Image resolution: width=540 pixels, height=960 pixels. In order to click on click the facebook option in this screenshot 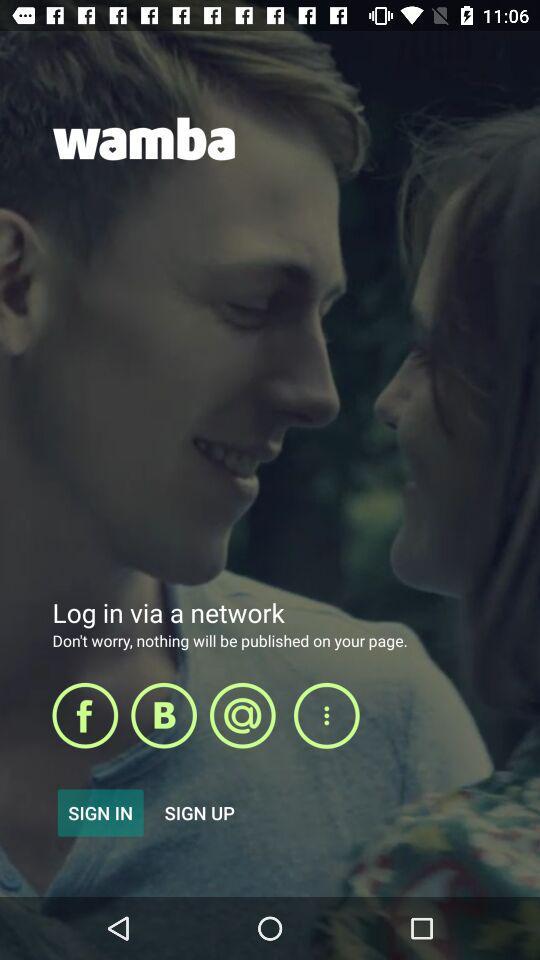, I will do `click(84, 715)`.